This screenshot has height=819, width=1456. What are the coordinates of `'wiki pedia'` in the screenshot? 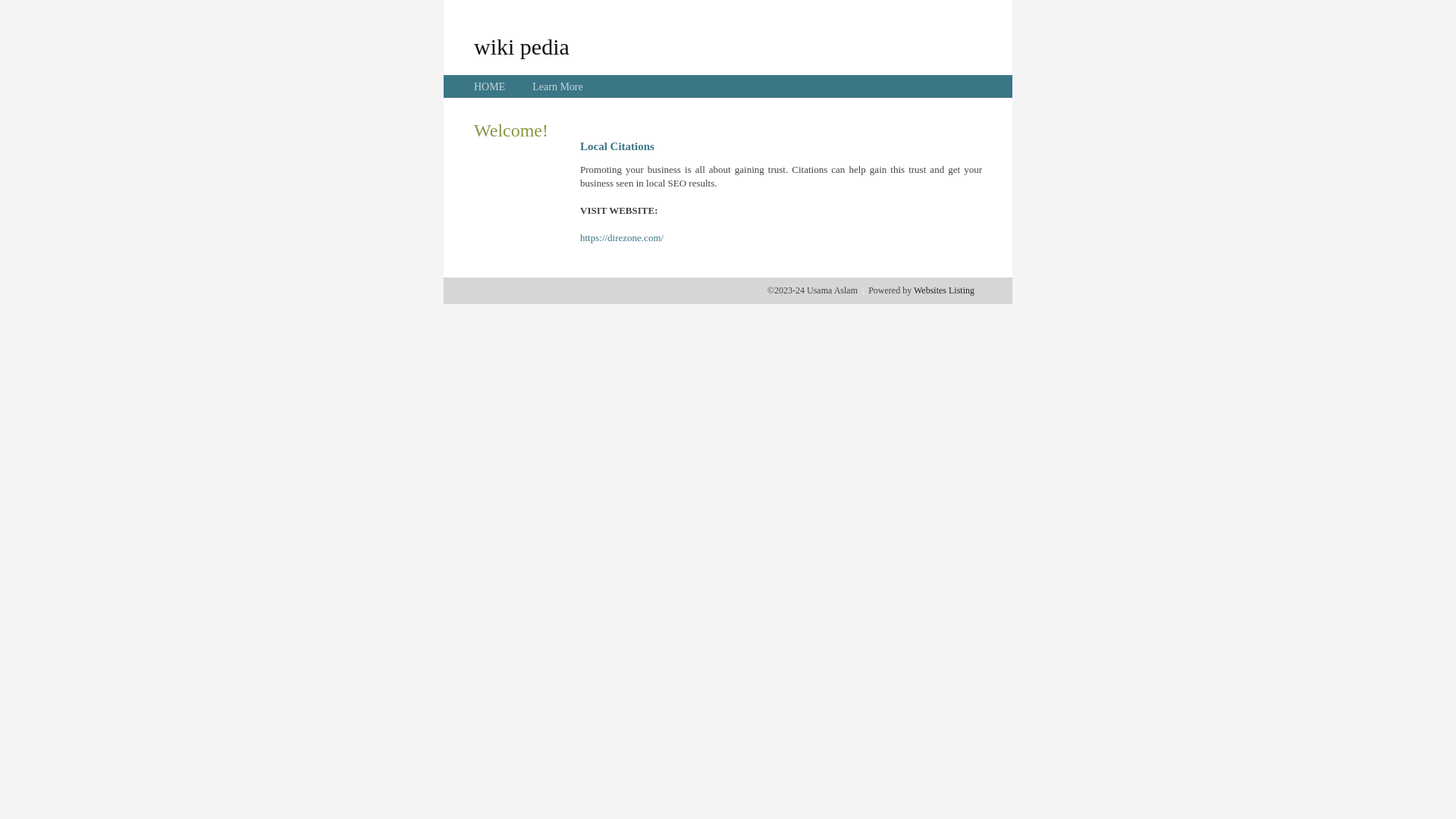 It's located at (521, 45).